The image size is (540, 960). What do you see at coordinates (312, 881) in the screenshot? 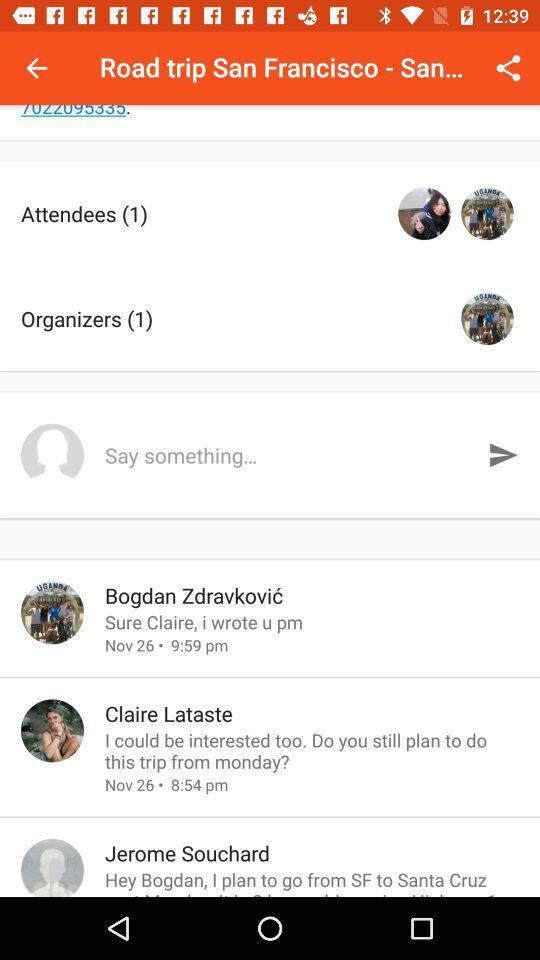
I see `icon below the jerome souchard item` at bounding box center [312, 881].